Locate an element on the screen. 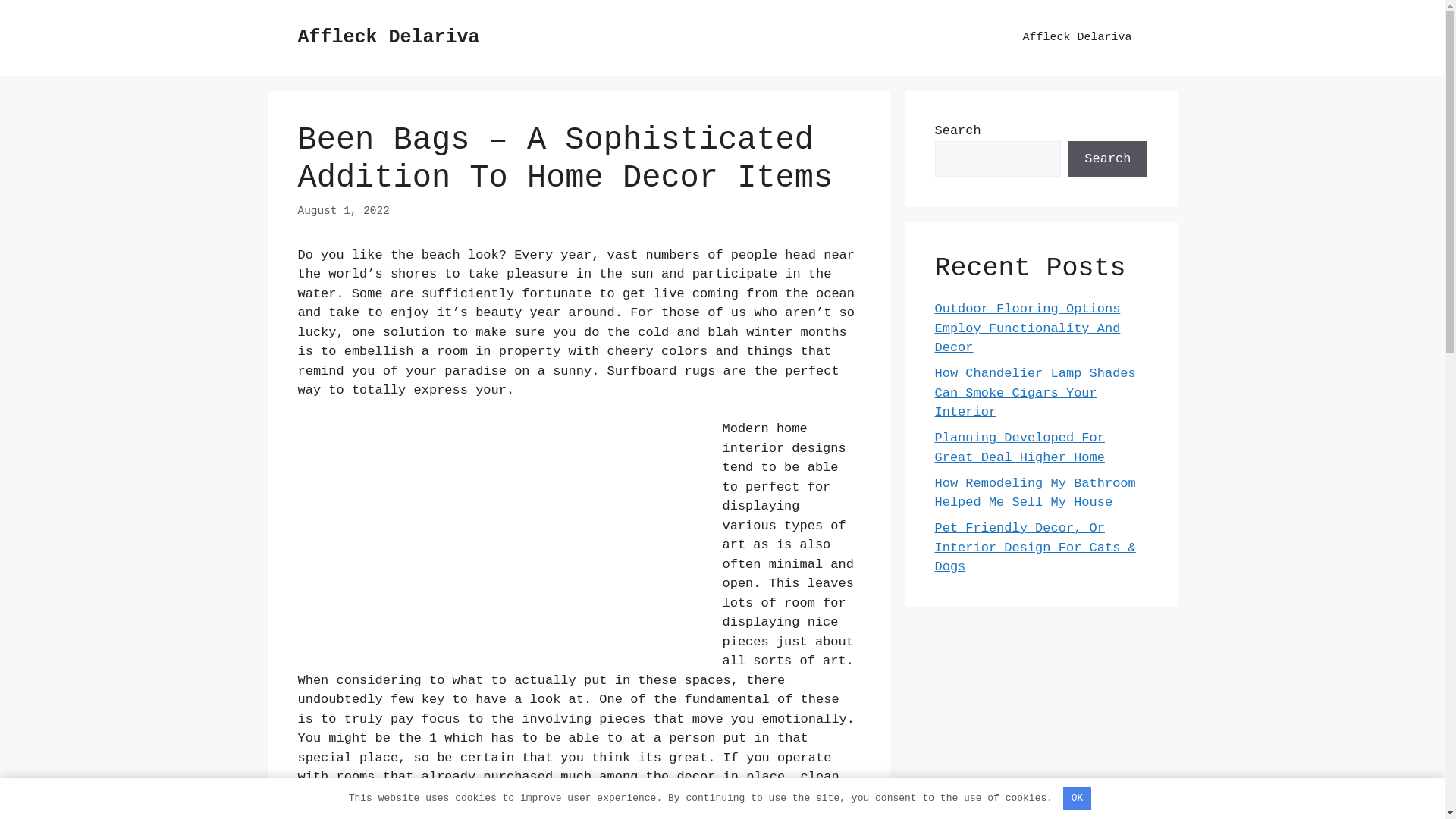  'OK' is located at coordinates (1076, 798).